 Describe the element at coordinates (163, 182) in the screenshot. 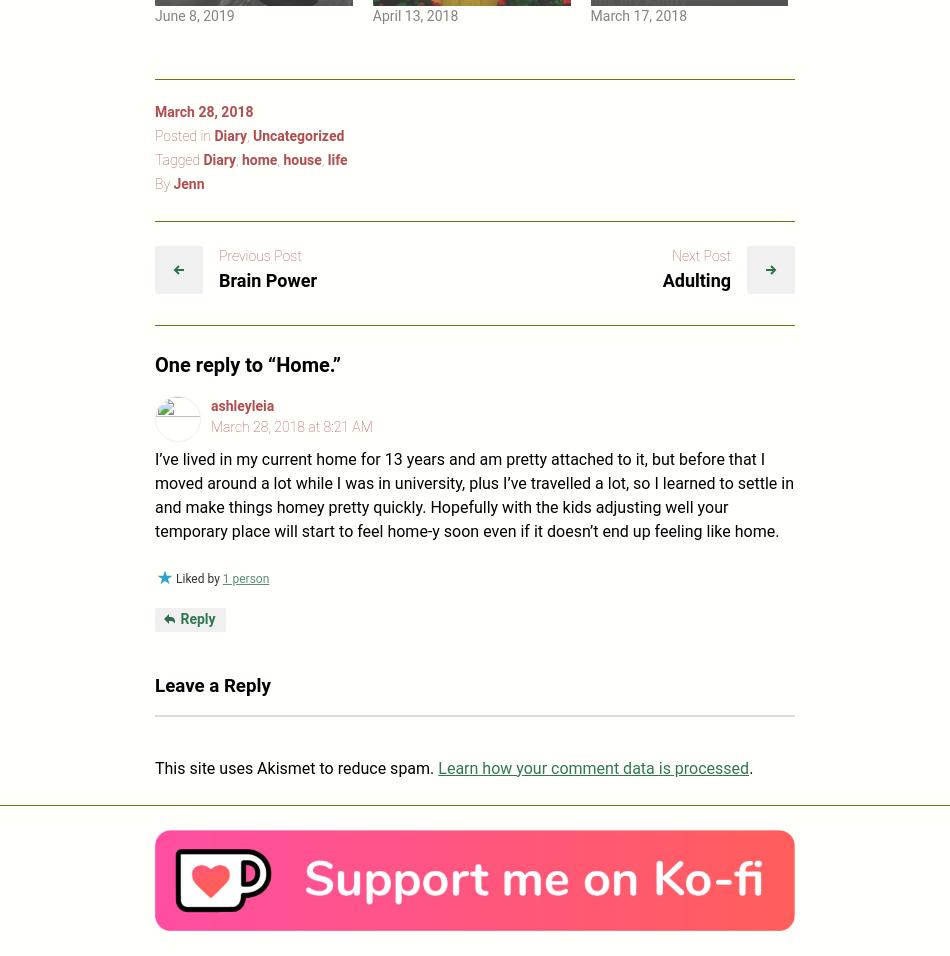

I see `'By'` at that location.